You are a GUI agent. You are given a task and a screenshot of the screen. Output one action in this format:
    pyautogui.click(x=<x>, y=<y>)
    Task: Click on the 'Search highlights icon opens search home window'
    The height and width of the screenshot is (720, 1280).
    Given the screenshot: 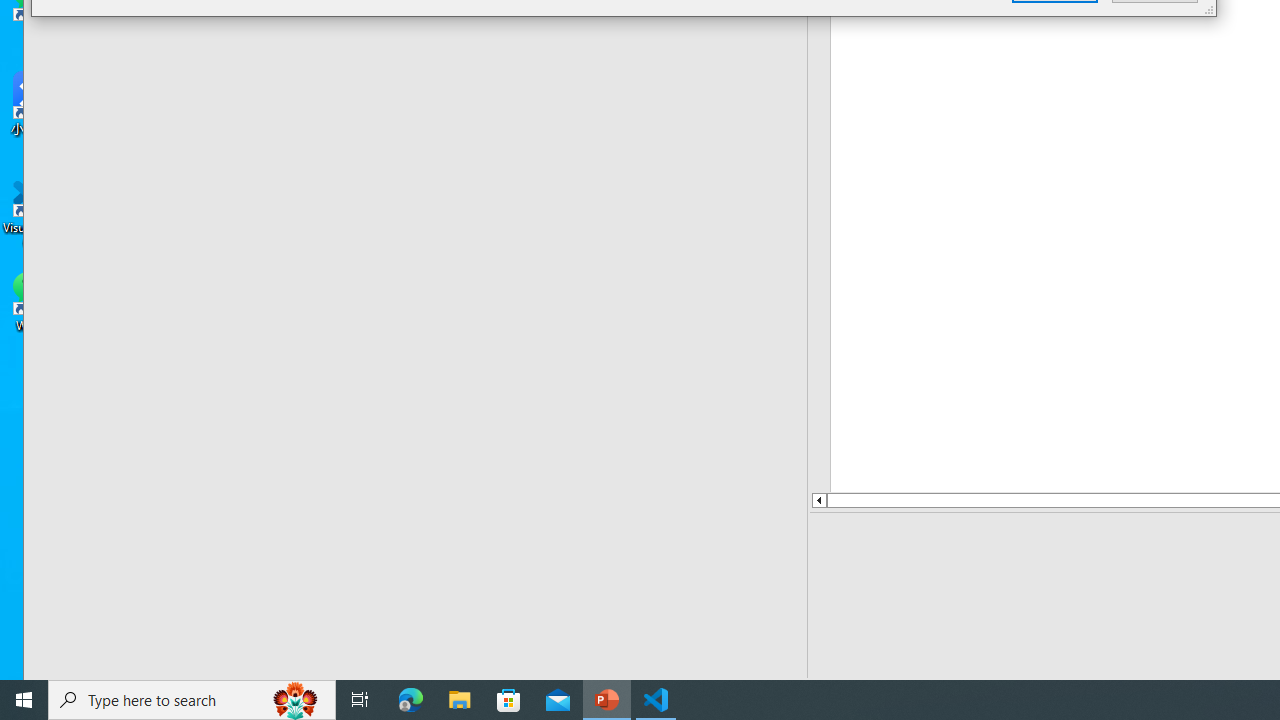 What is the action you would take?
    pyautogui.click(x=294, y=698)
    